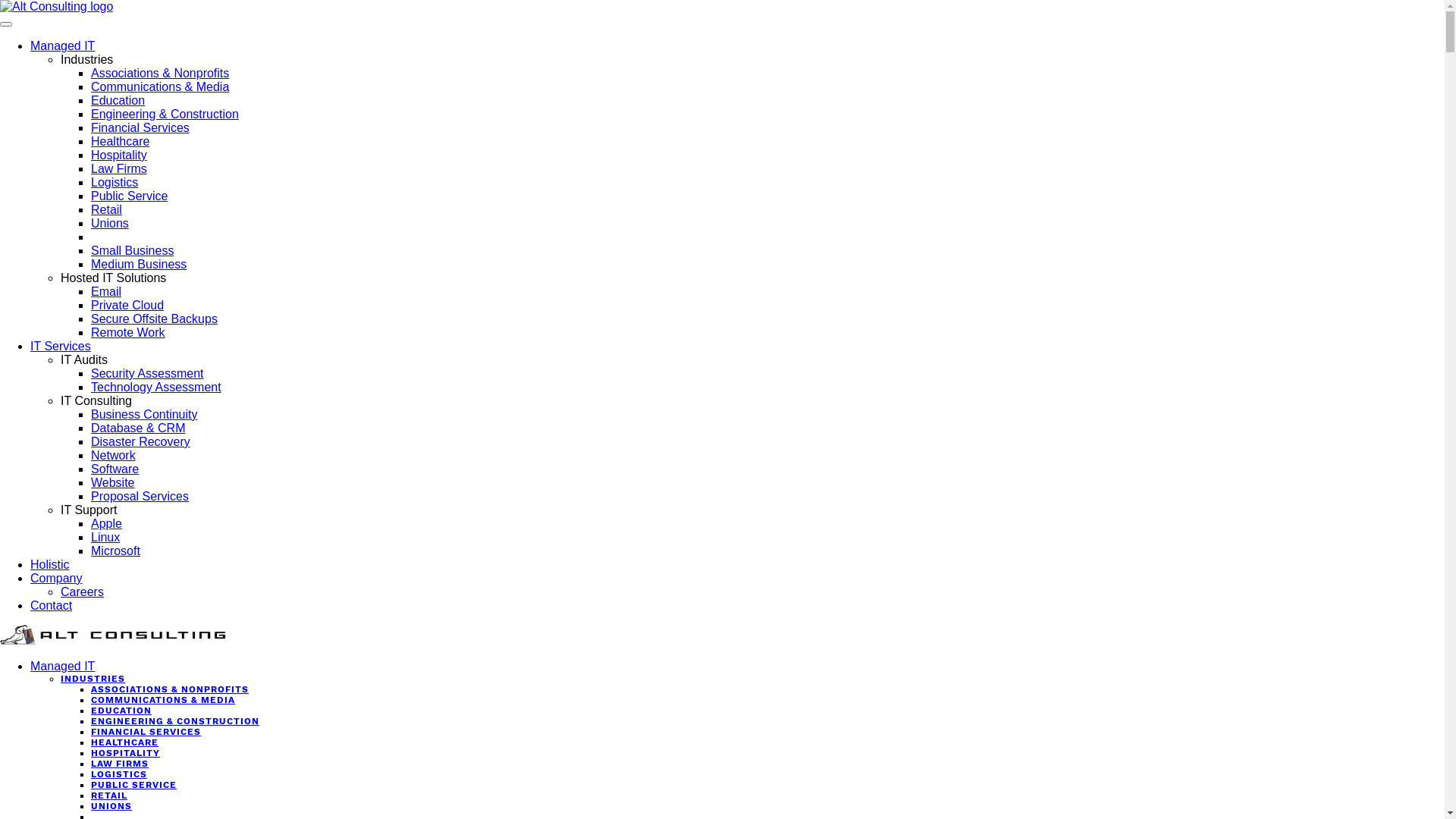 The image size is (1456, 819). I want to click on 'ASSOCIATIONS & NONPROFITS', so click(170, 689).